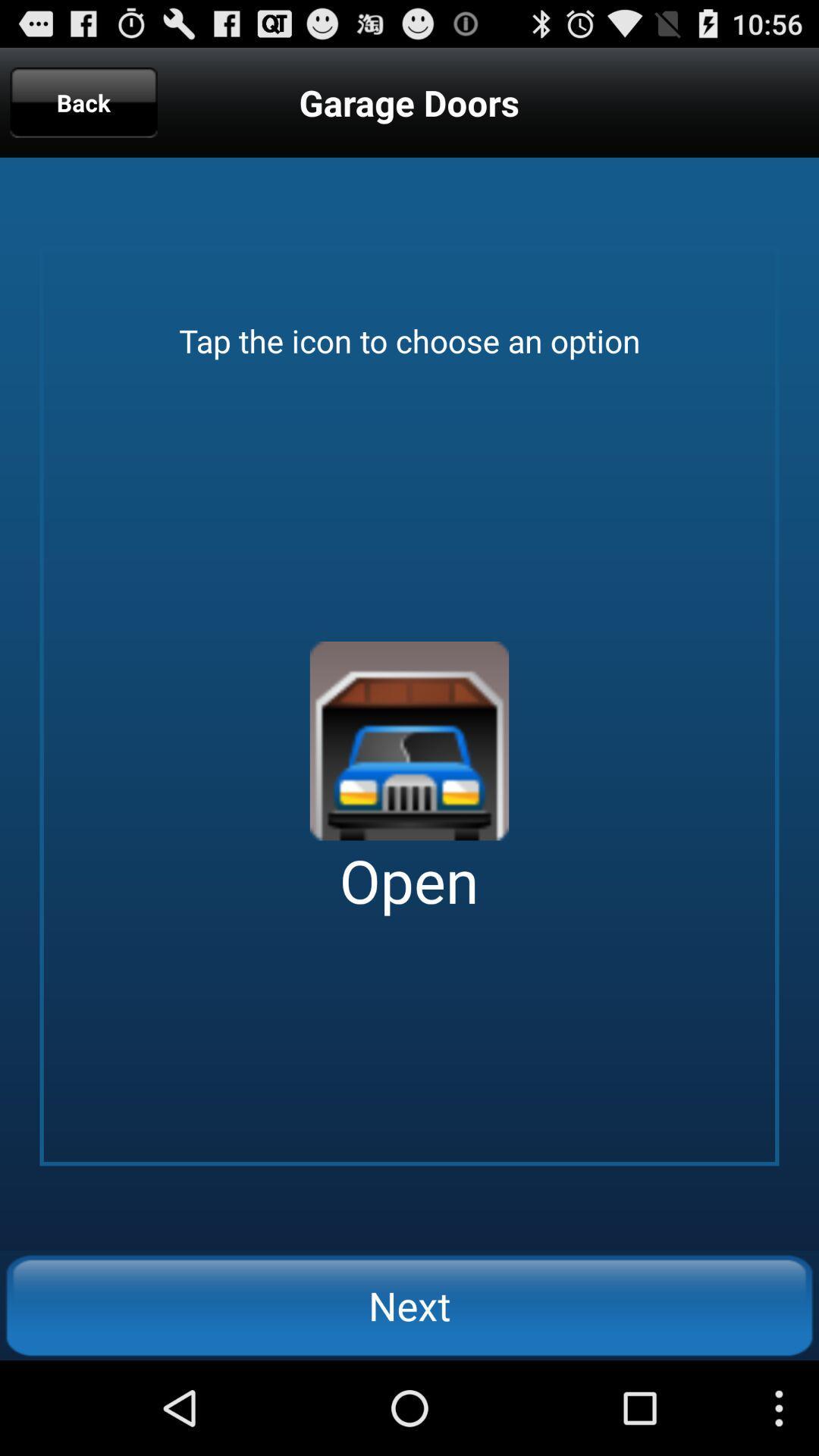 Image resolution: width=819 pixels, height=1456 pixels. I want to click on the icon next to garage doors app, so click(83, 102).